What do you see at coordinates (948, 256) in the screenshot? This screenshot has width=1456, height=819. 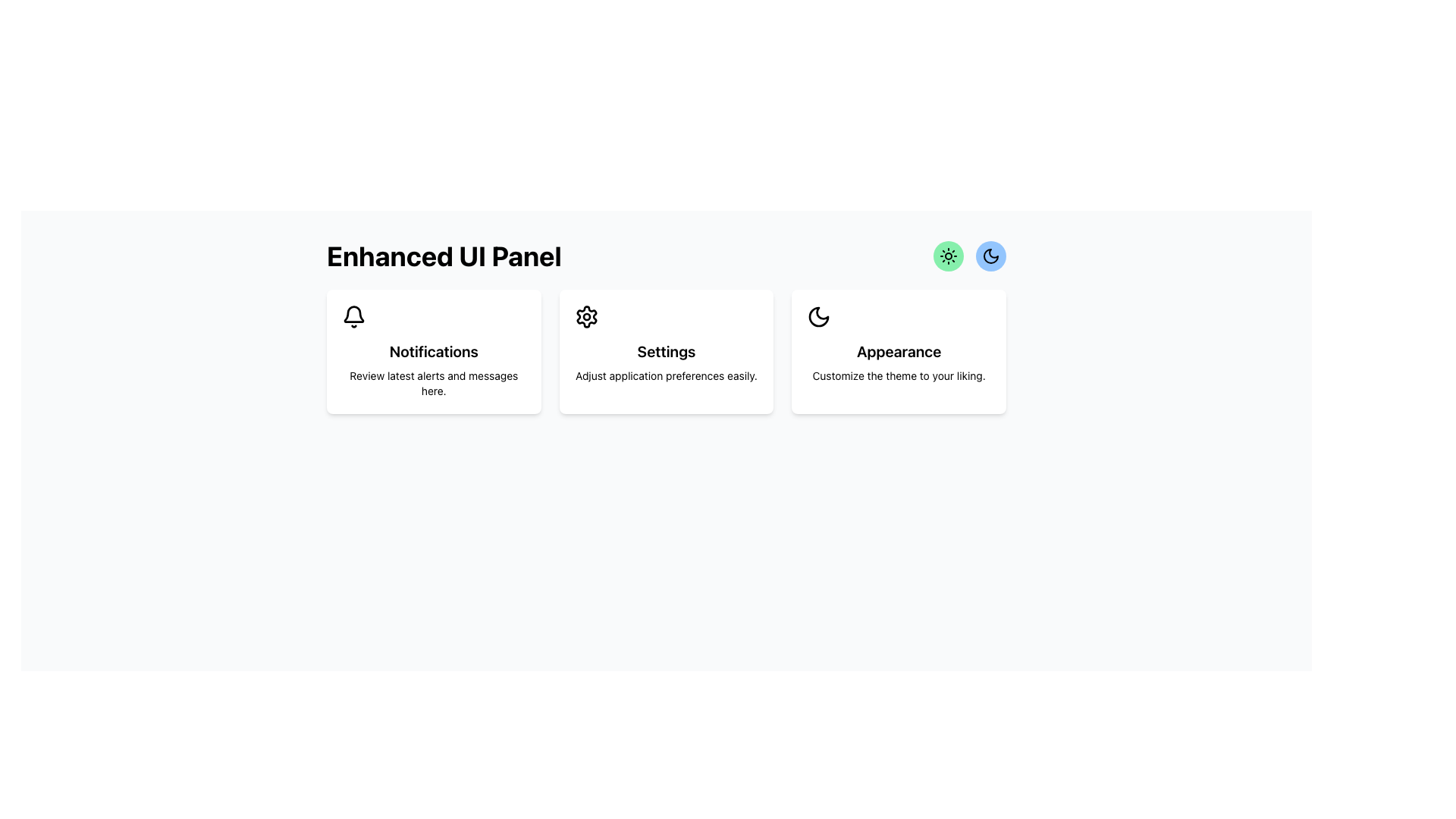 I see `the circular green button with a sun icon in the top-right corner` at bounding box center [948, 256].